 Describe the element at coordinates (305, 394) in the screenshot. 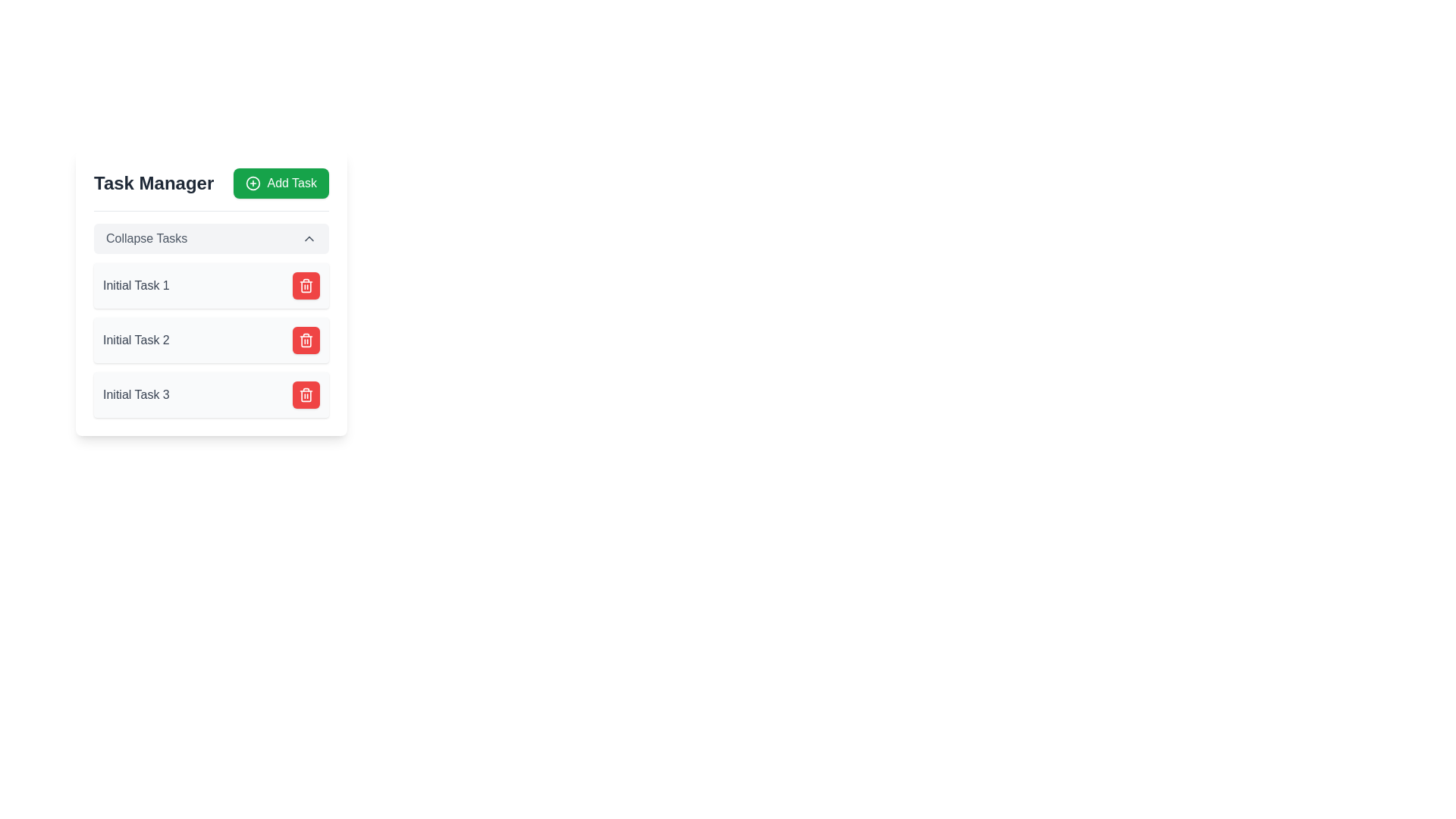

I see `the delete icon embedded in a red circular button` at that location.